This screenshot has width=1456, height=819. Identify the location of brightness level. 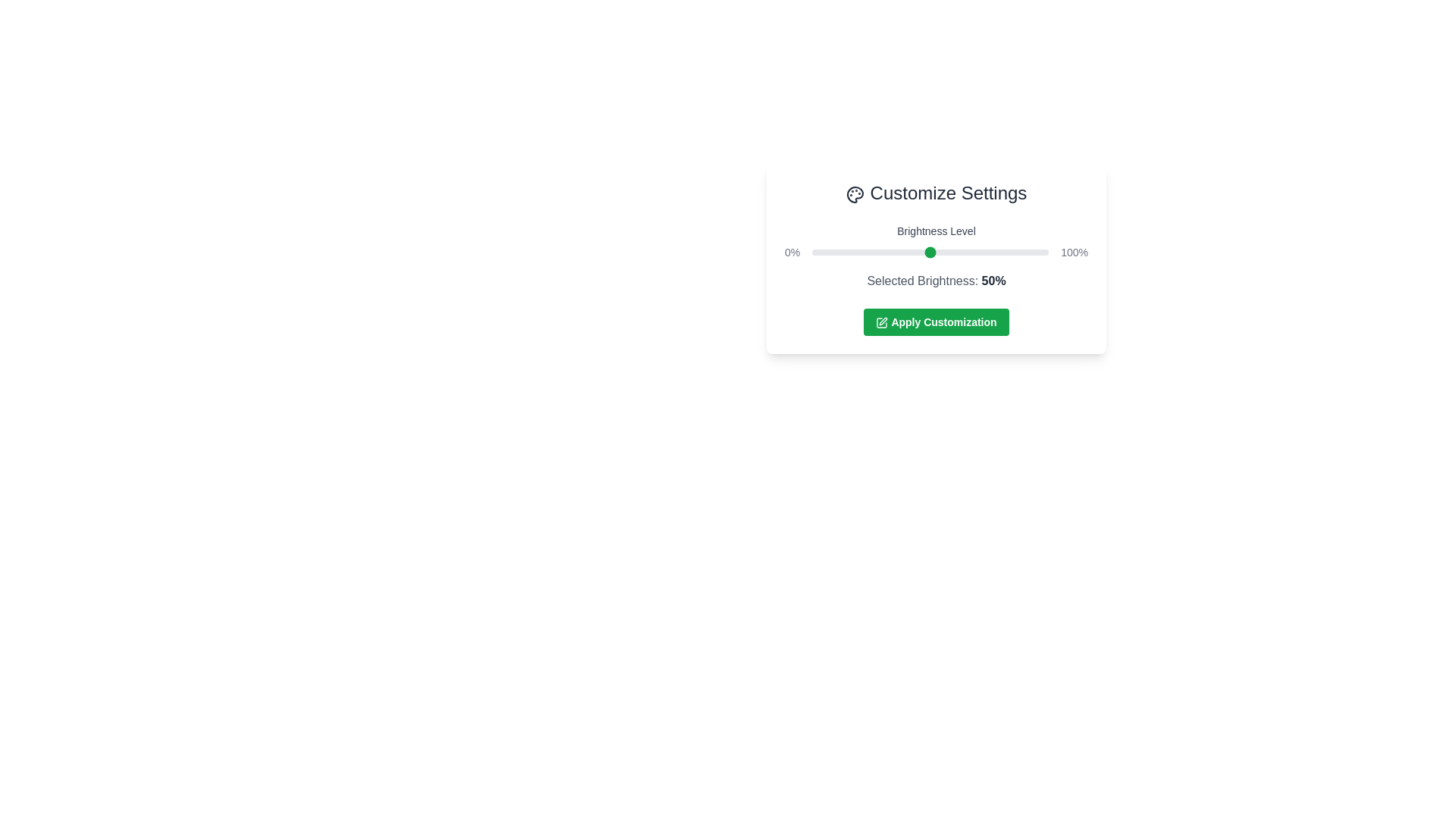
(876, 251).